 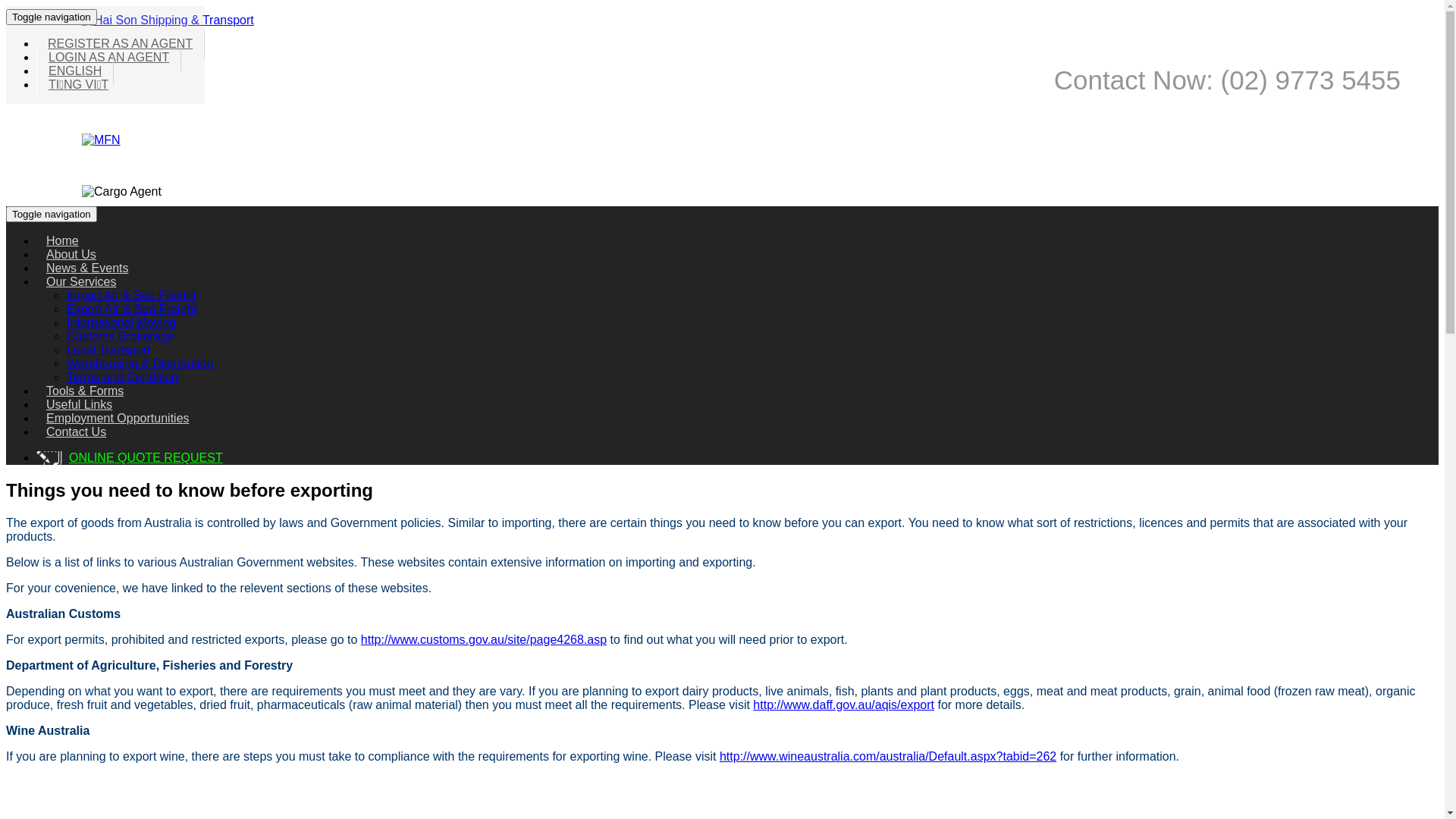 What do you see at coordinates (140, 363) in the screenshot?
I see `'Warehousing & Distribution'` at bounding box center [140, 363].